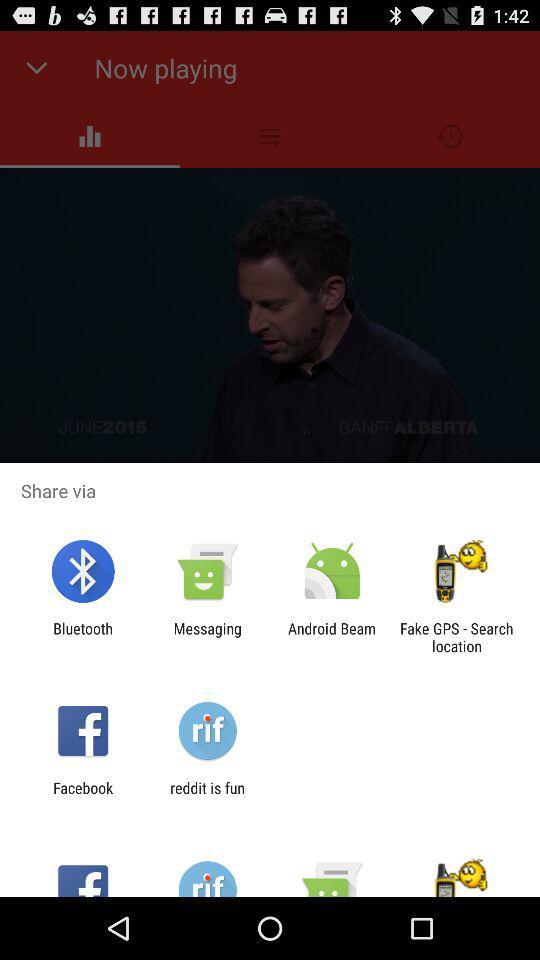 The height and width of the screenshot is (960, 540). I want to click on the item next to the messaging item, so click(332, 636).